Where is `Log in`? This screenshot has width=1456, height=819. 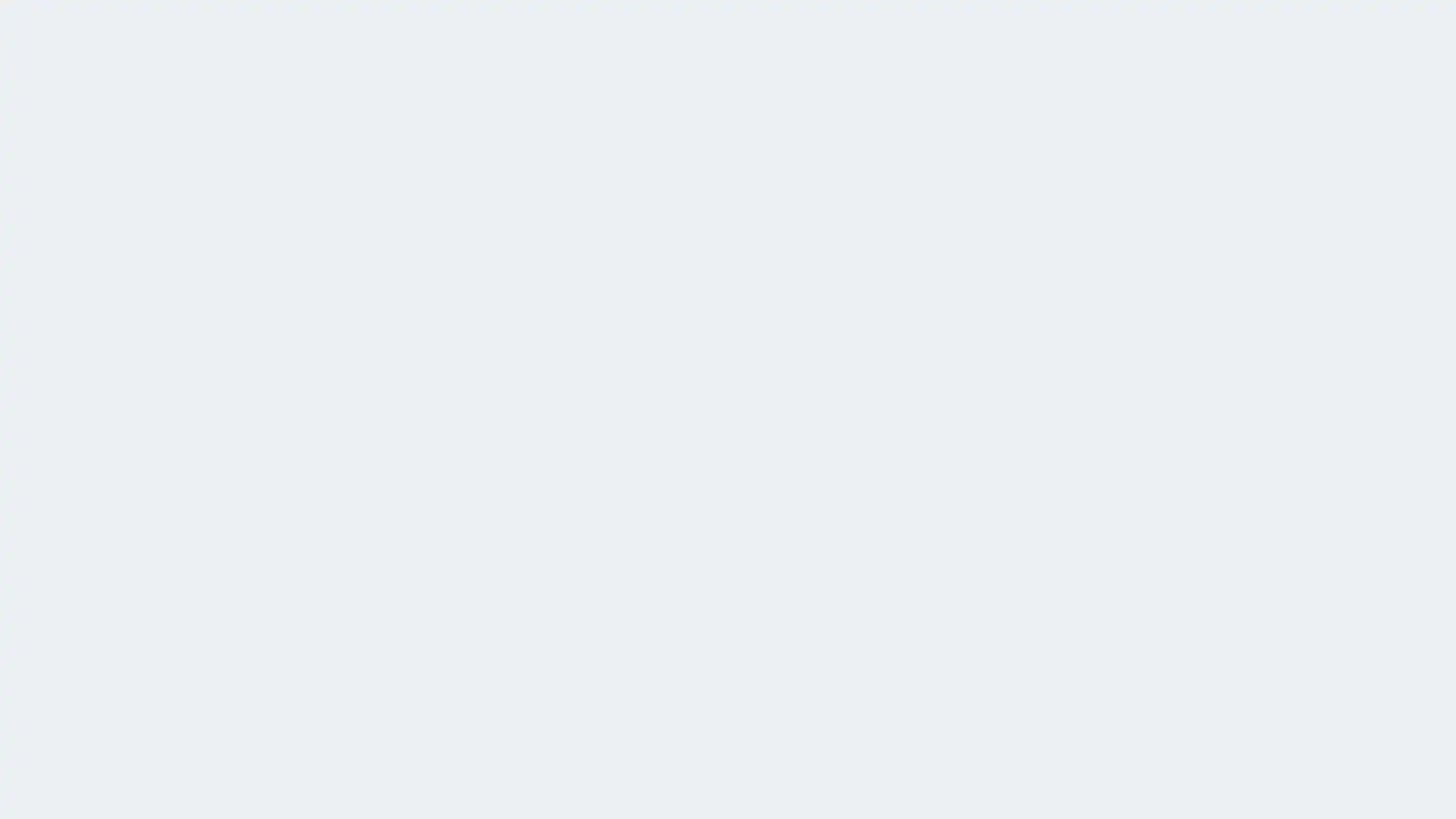
Log in is located at coordinates (728, 259).